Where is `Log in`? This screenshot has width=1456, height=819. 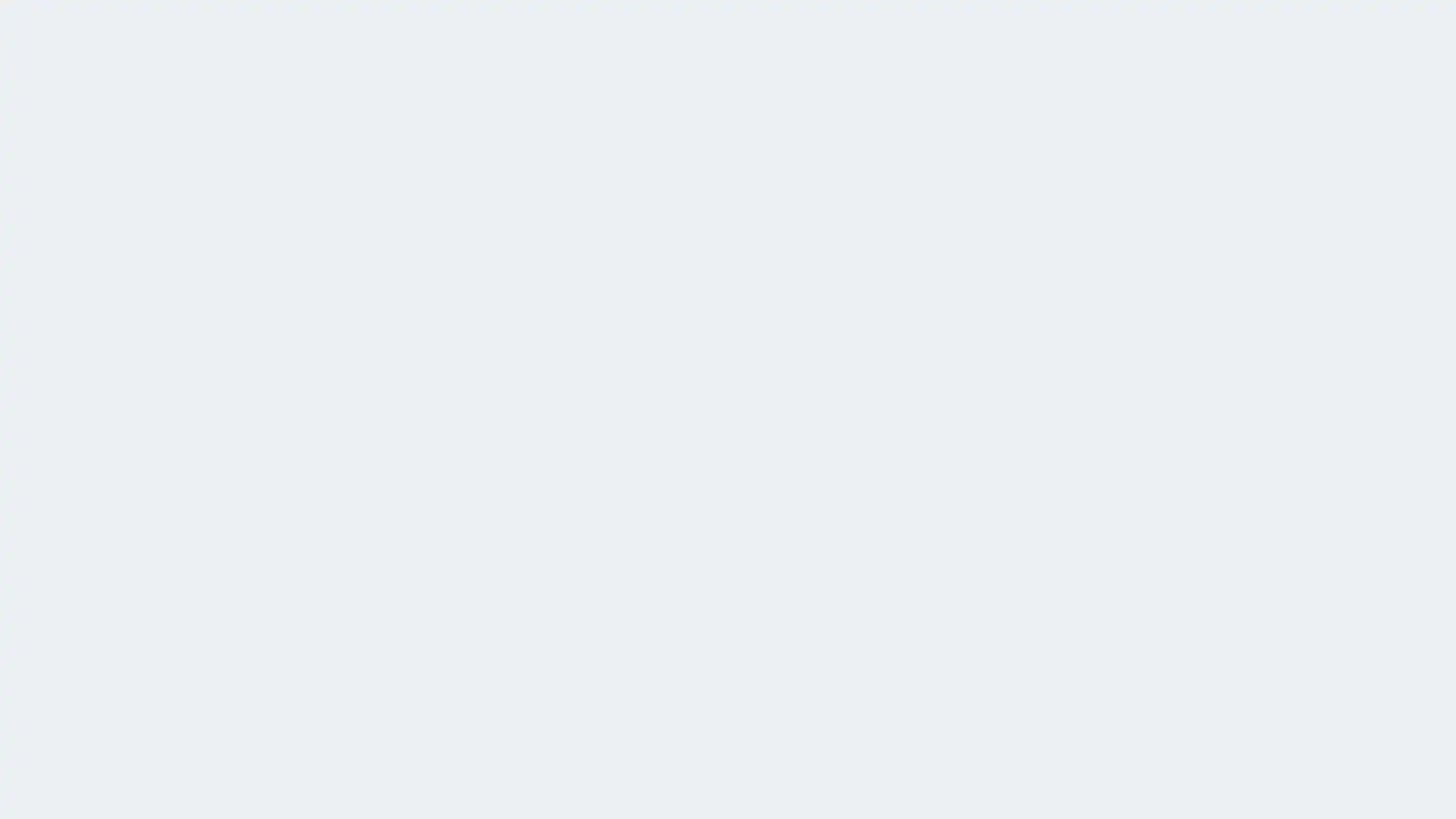
Log in is located at coordinates (728, 259).